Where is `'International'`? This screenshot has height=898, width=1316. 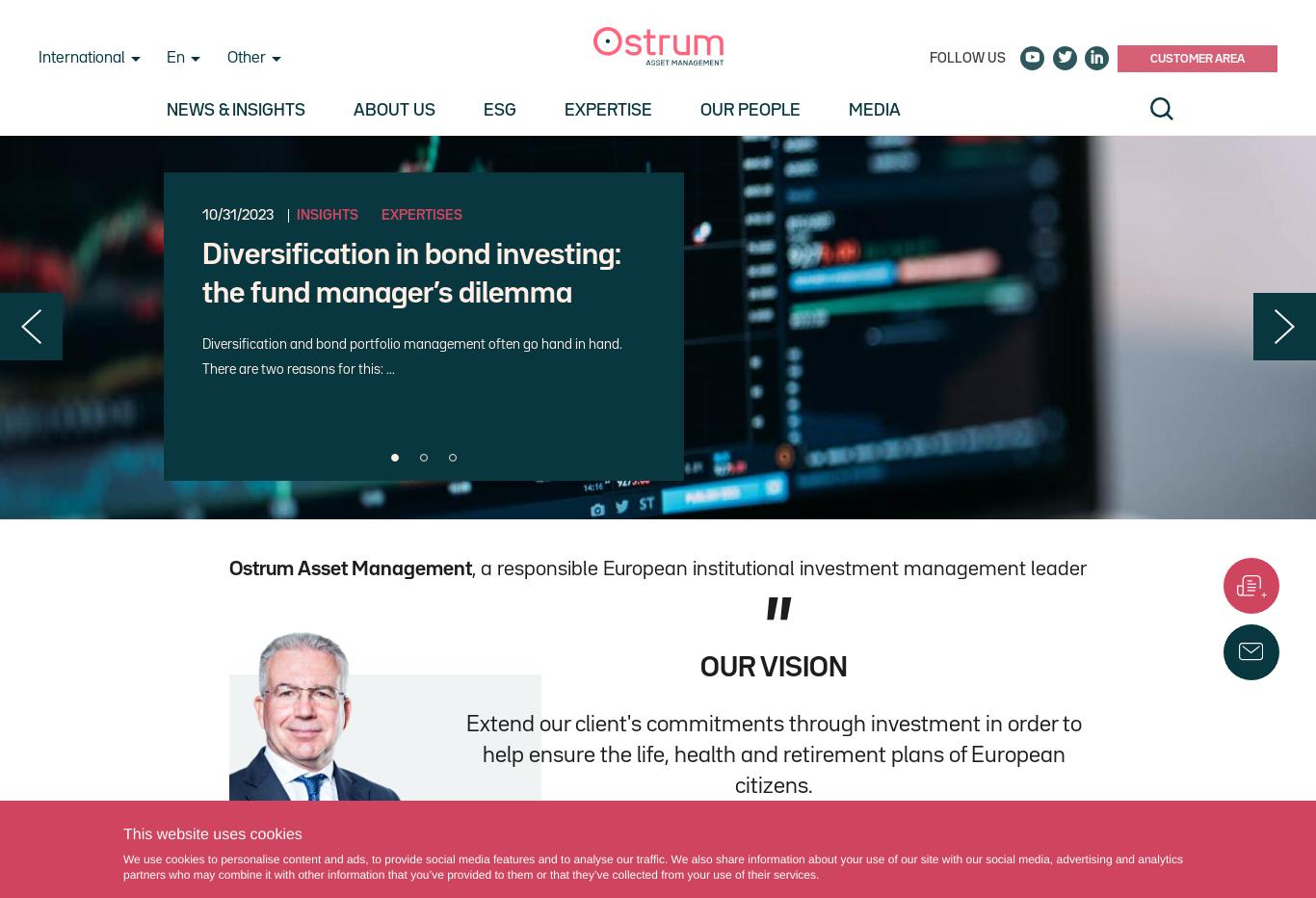 'International' is located at coordinates (81, 58).